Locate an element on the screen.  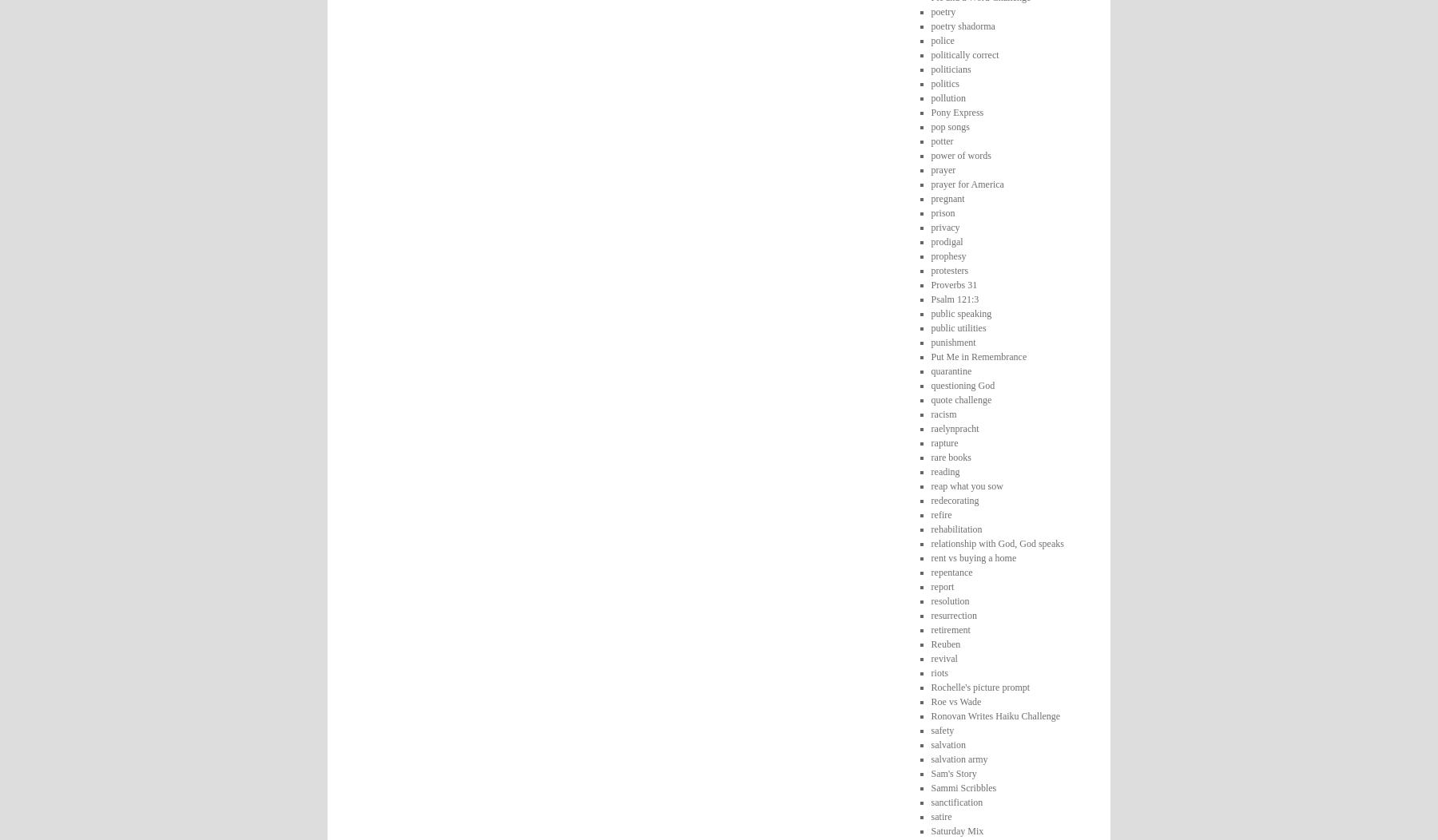
'resurrection' is located at coordinates (952, 613).